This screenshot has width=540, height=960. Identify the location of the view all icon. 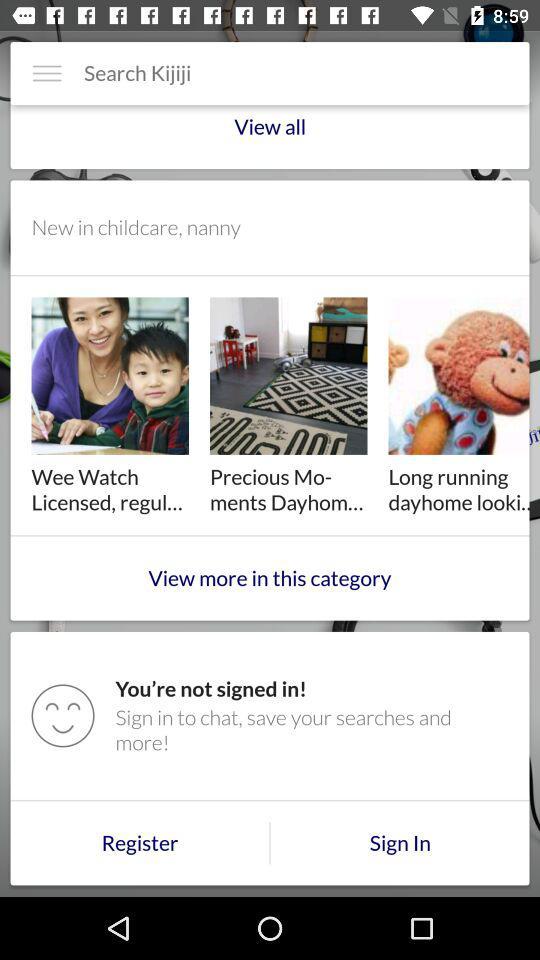
(270, 134).